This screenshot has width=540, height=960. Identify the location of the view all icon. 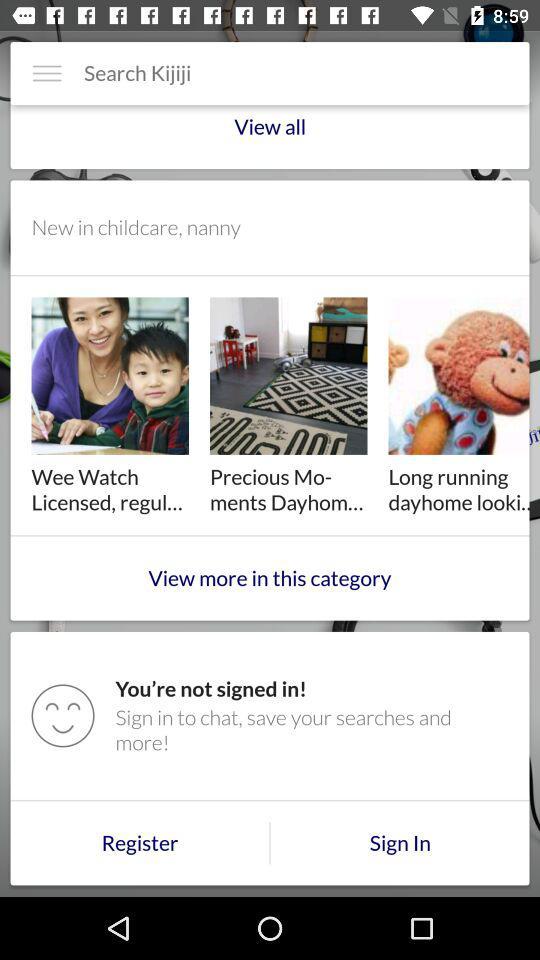
(270, 134).